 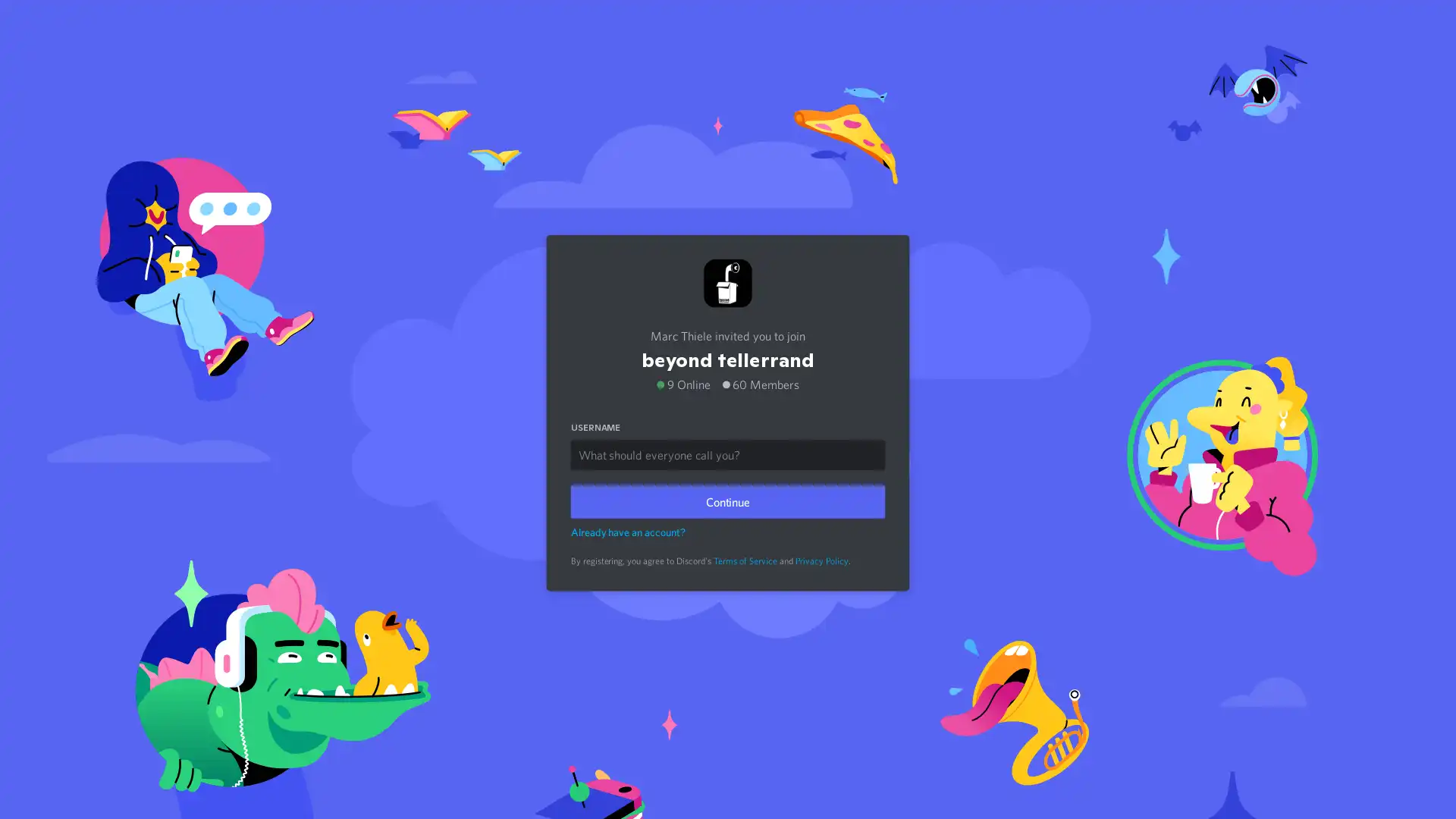 What do you see at coordinates (728, 497) in the screenshot?
I see `Continue` at bounding box center [728, 497].